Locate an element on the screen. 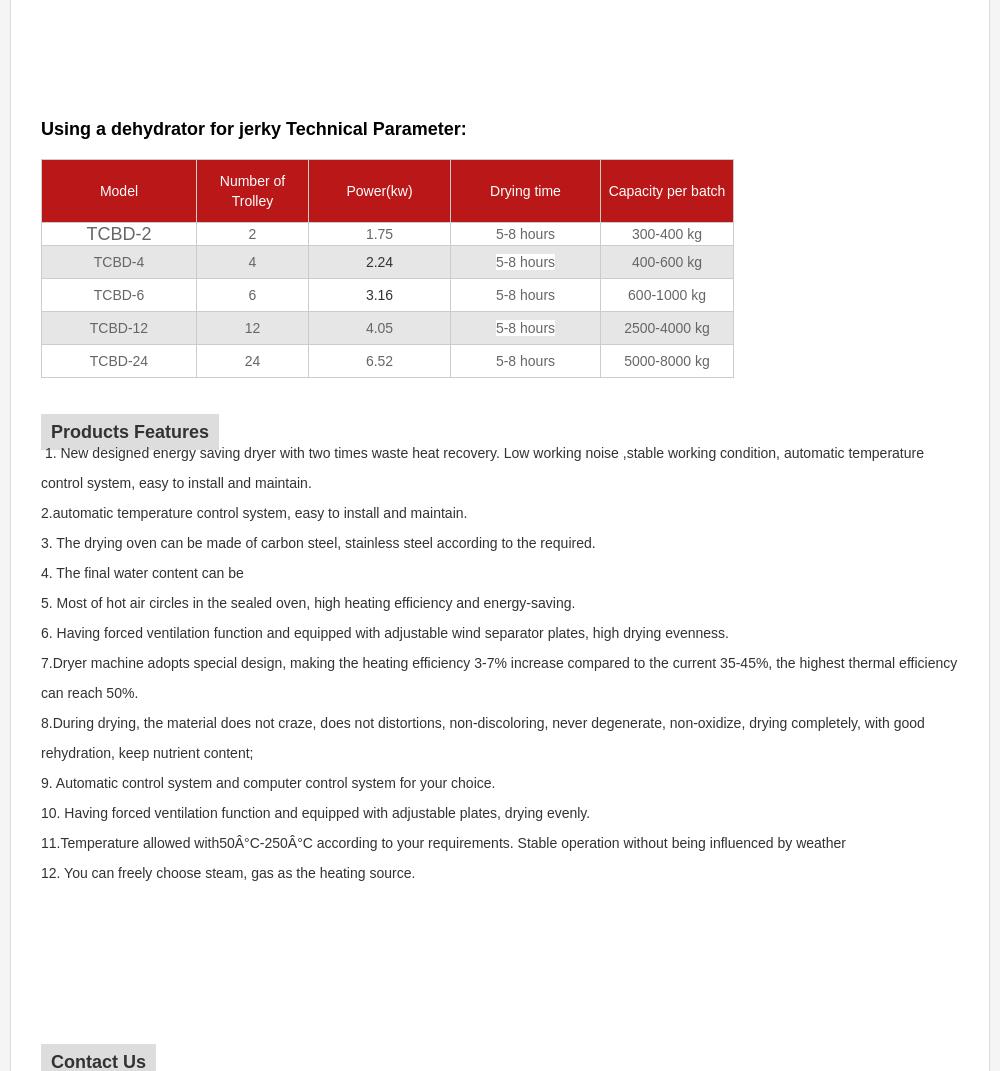 Image resolution: width=1000 pixels, height=1071 pixels. '1.75' is located at coordinates (379, 234).